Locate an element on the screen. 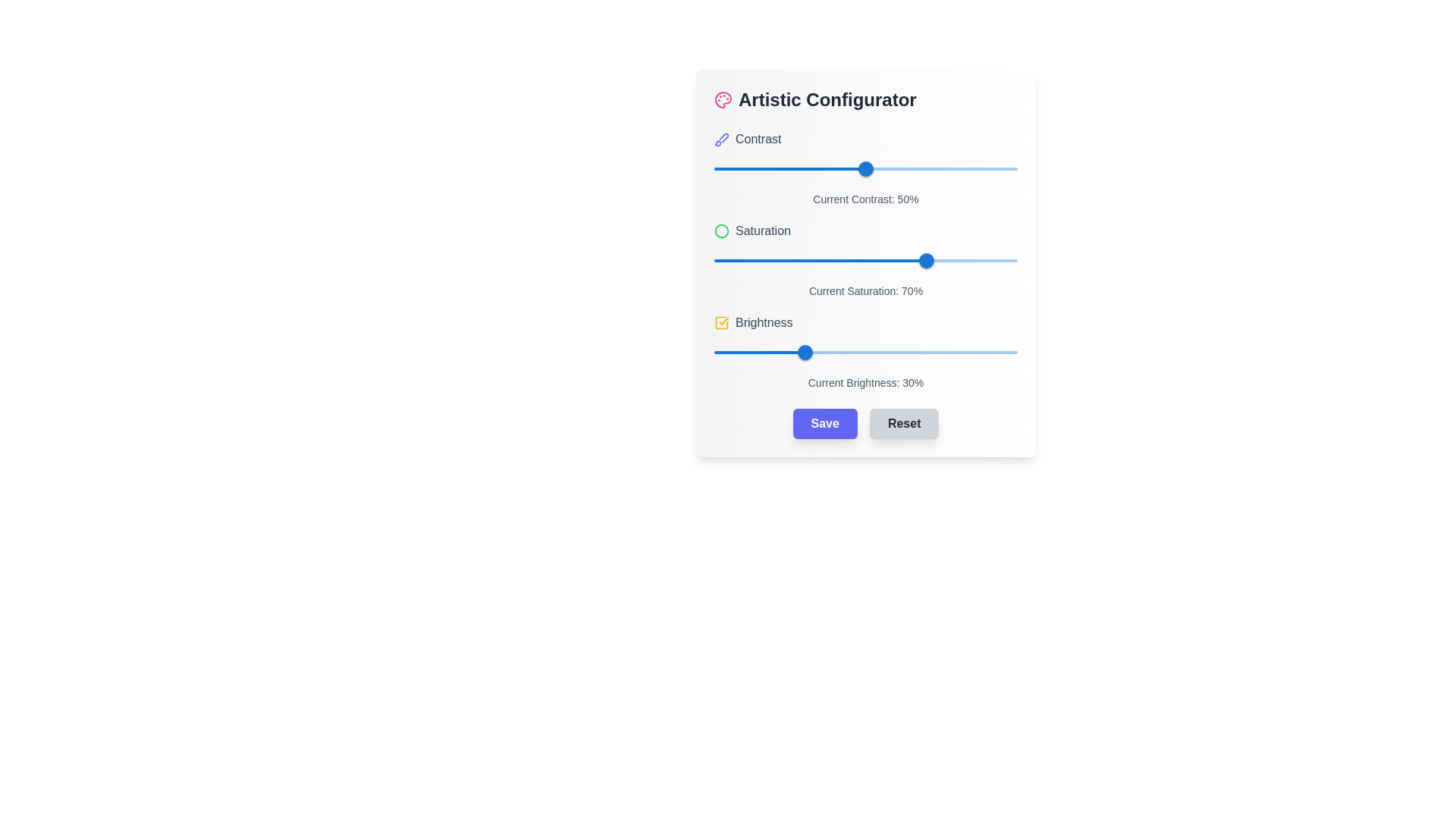  the Icon representing the artistic functionality located at the beginning of the 'Artistic Configurator' header in the configuration panel is located at coordinates (723, 99).